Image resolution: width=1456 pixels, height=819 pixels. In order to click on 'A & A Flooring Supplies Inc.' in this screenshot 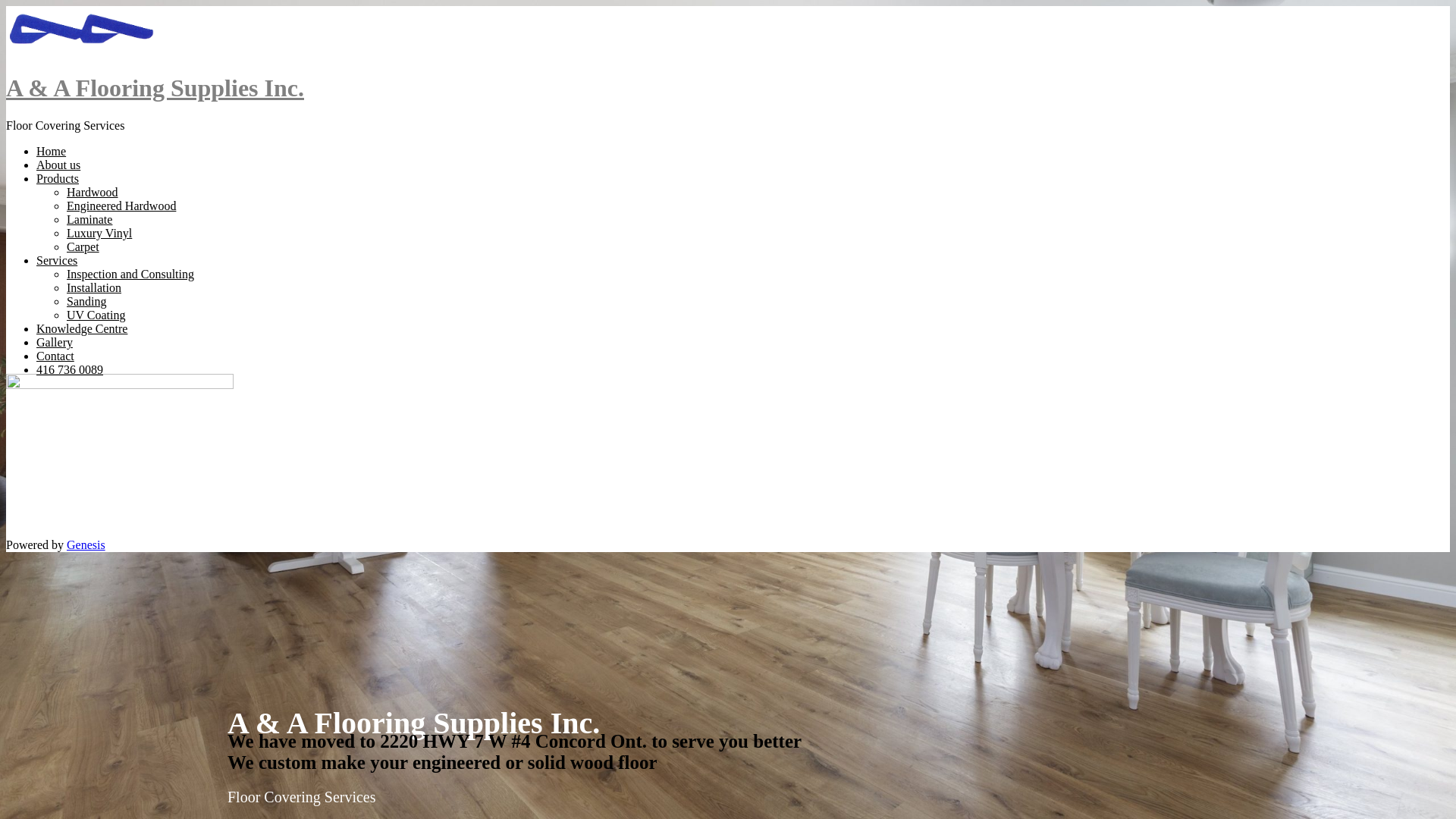, I will do `click(155, 87)`.